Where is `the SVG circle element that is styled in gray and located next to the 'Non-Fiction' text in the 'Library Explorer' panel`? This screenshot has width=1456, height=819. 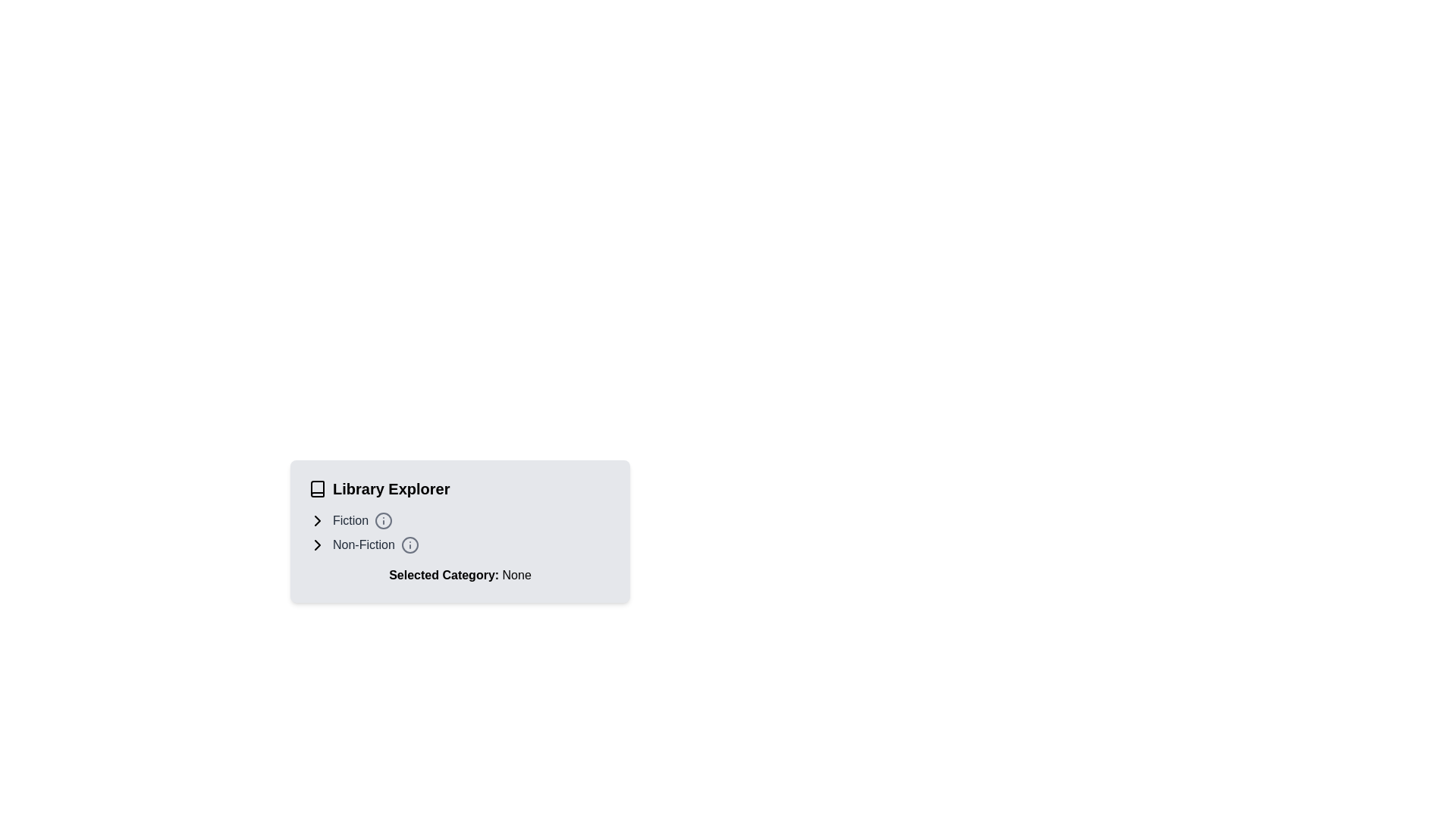
the SVG circle element that is styled in gray and located next to the 'Non-Fiction' text in the 'Library Explorer' panel is located at coordinates (409, 544).